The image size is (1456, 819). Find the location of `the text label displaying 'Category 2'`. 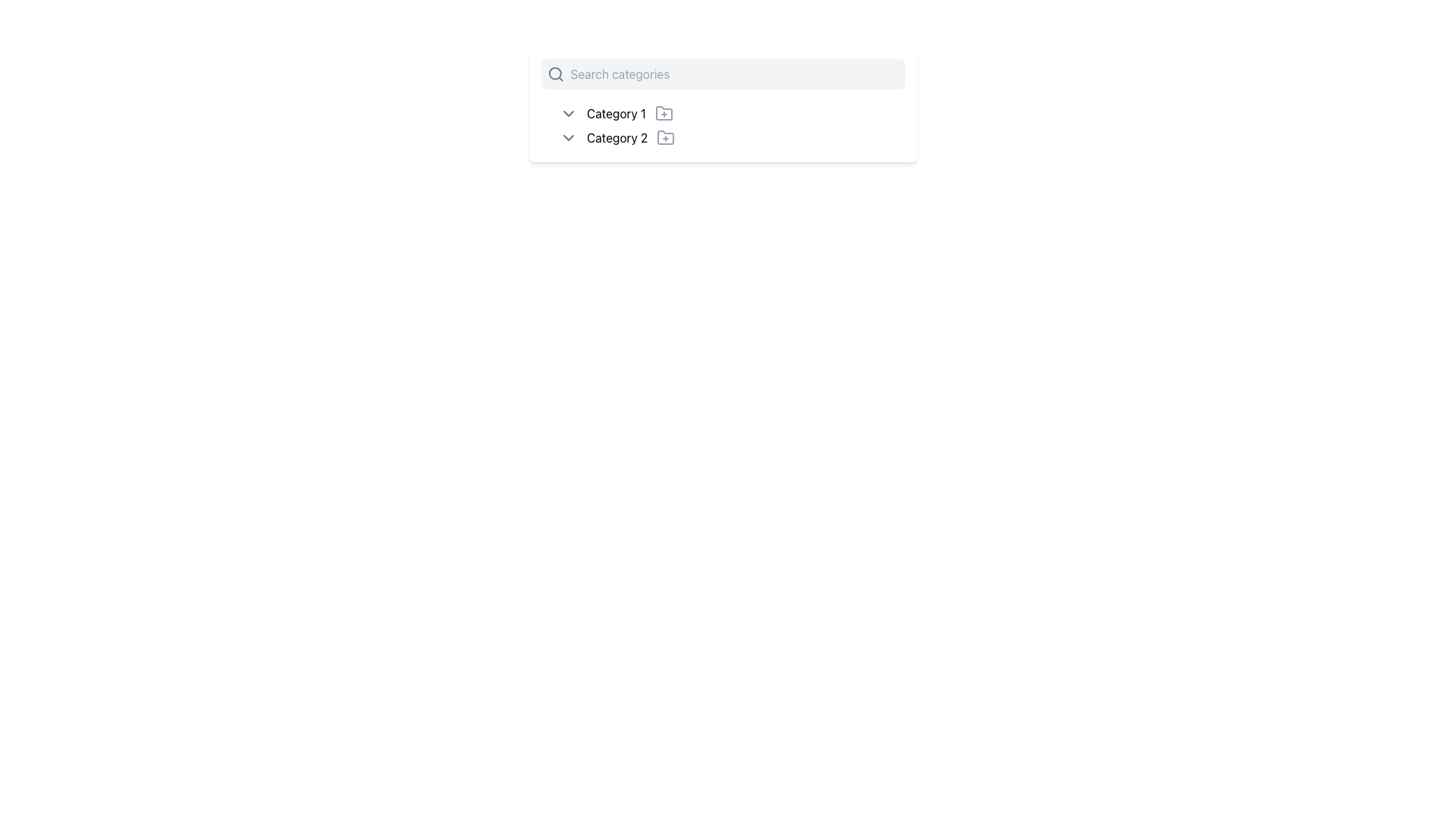

the text label displaying 'Category 2' is located at coordinates (617, 137).